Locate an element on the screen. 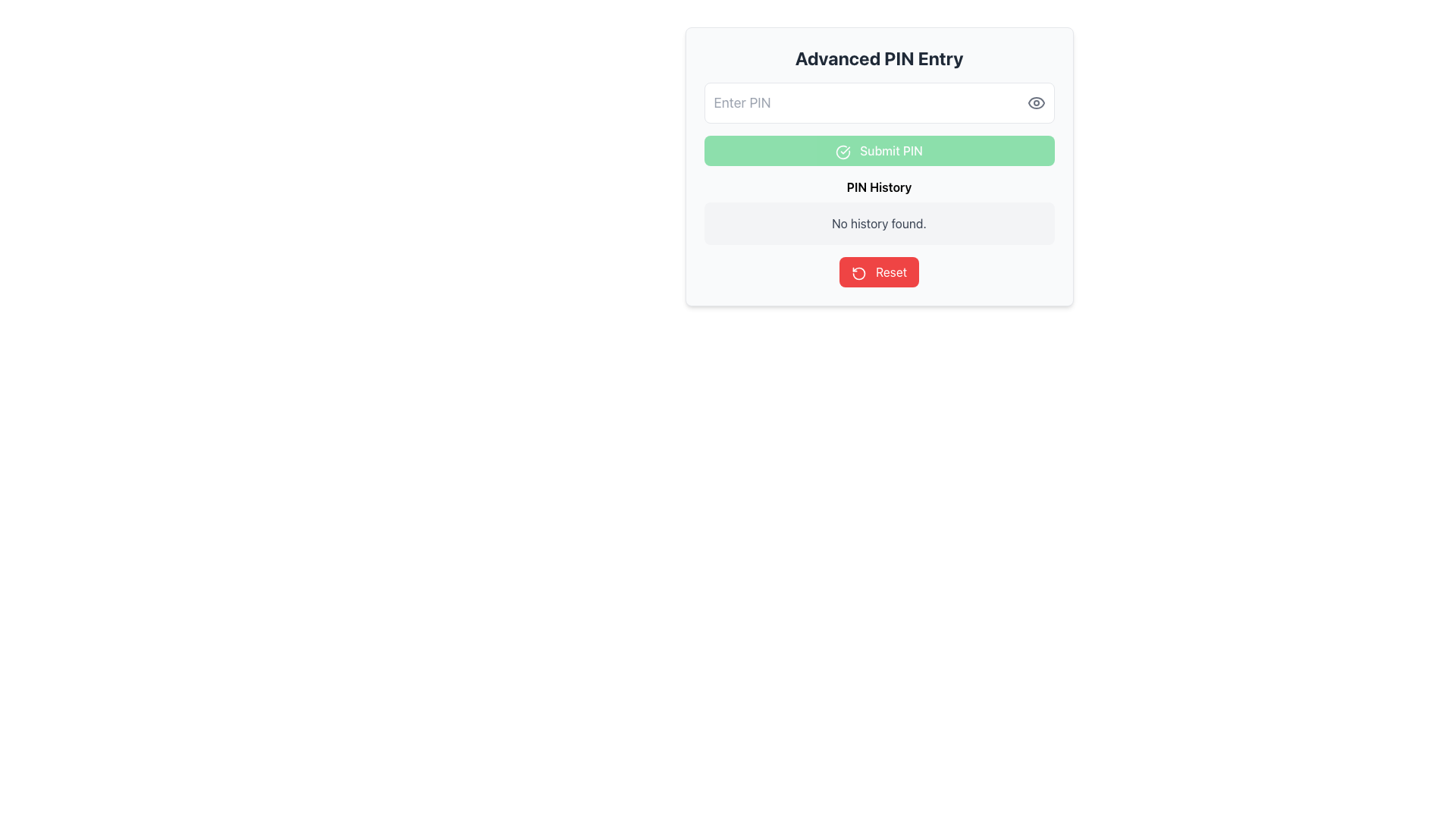 The height and width of the screenshot is (819, 1456). the eye-shaped icon button located to the immediate right of the 'Enter PIN' input field is located at coordinates (1035, 102).